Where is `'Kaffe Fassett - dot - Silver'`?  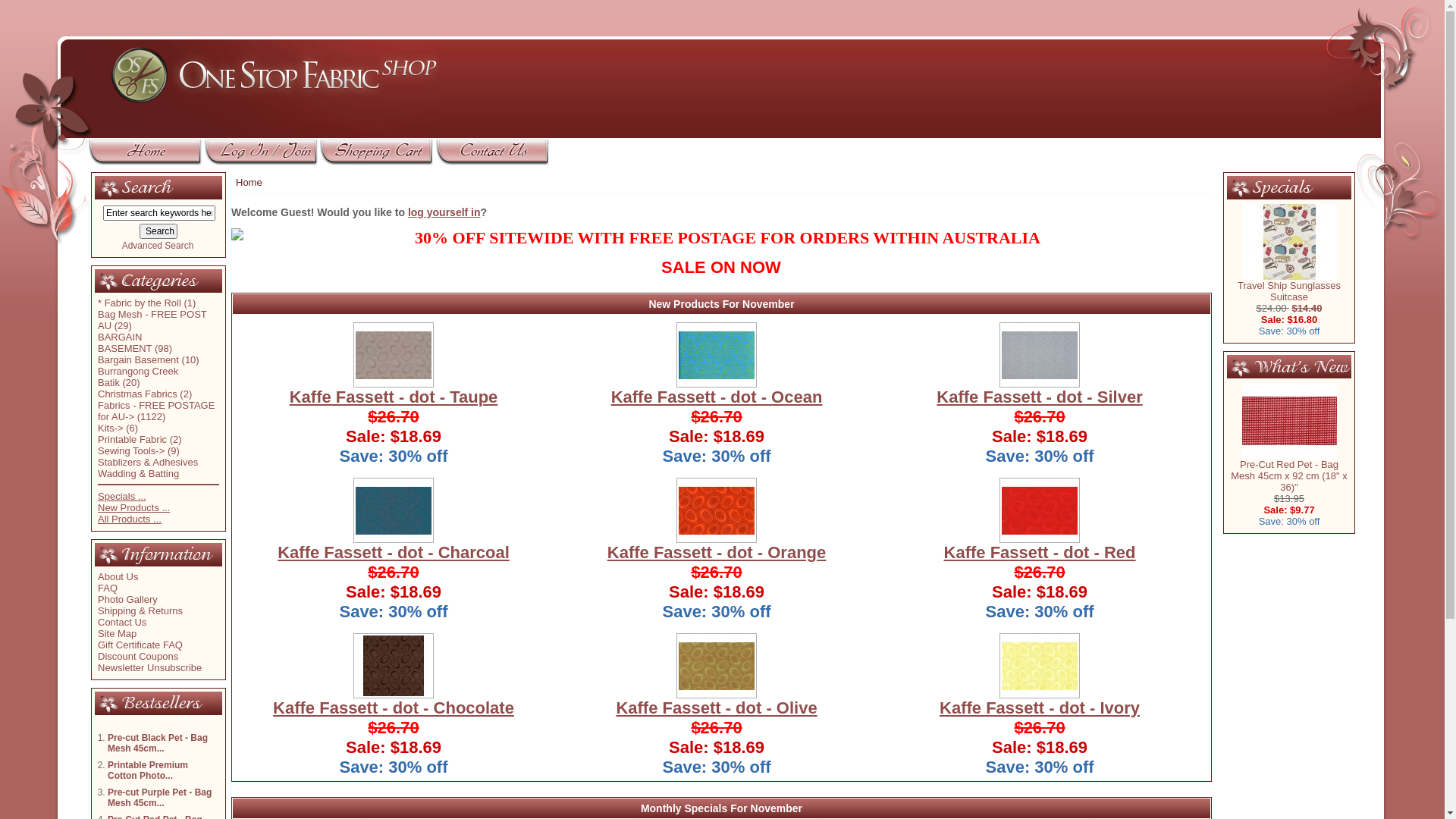 'Kaffe Fassett - dot - Silver' is located at coordinates (1038, 396).